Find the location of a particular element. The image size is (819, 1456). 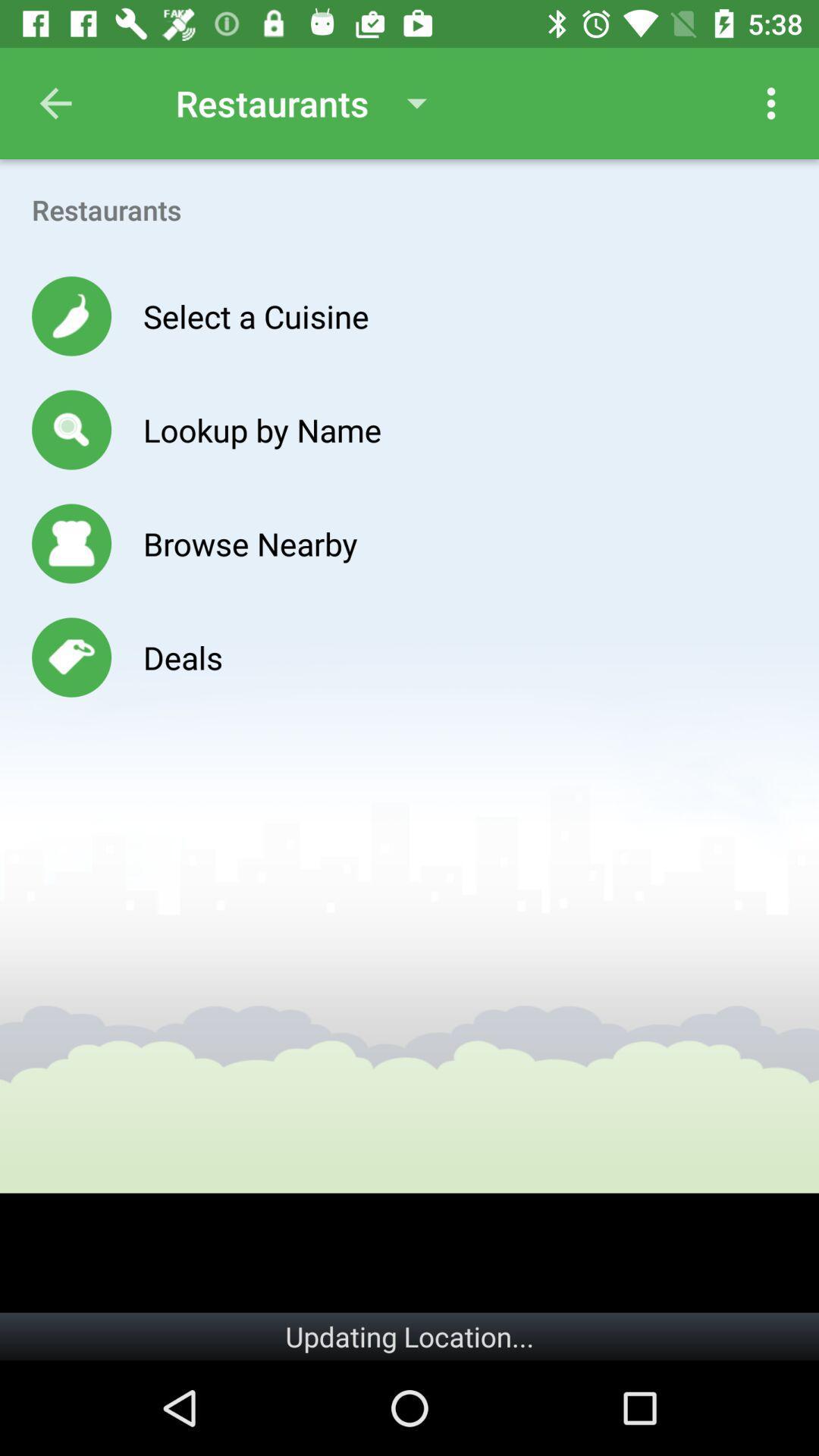

the icon below the select a cuisine icon is located at coordinates (262, 428).